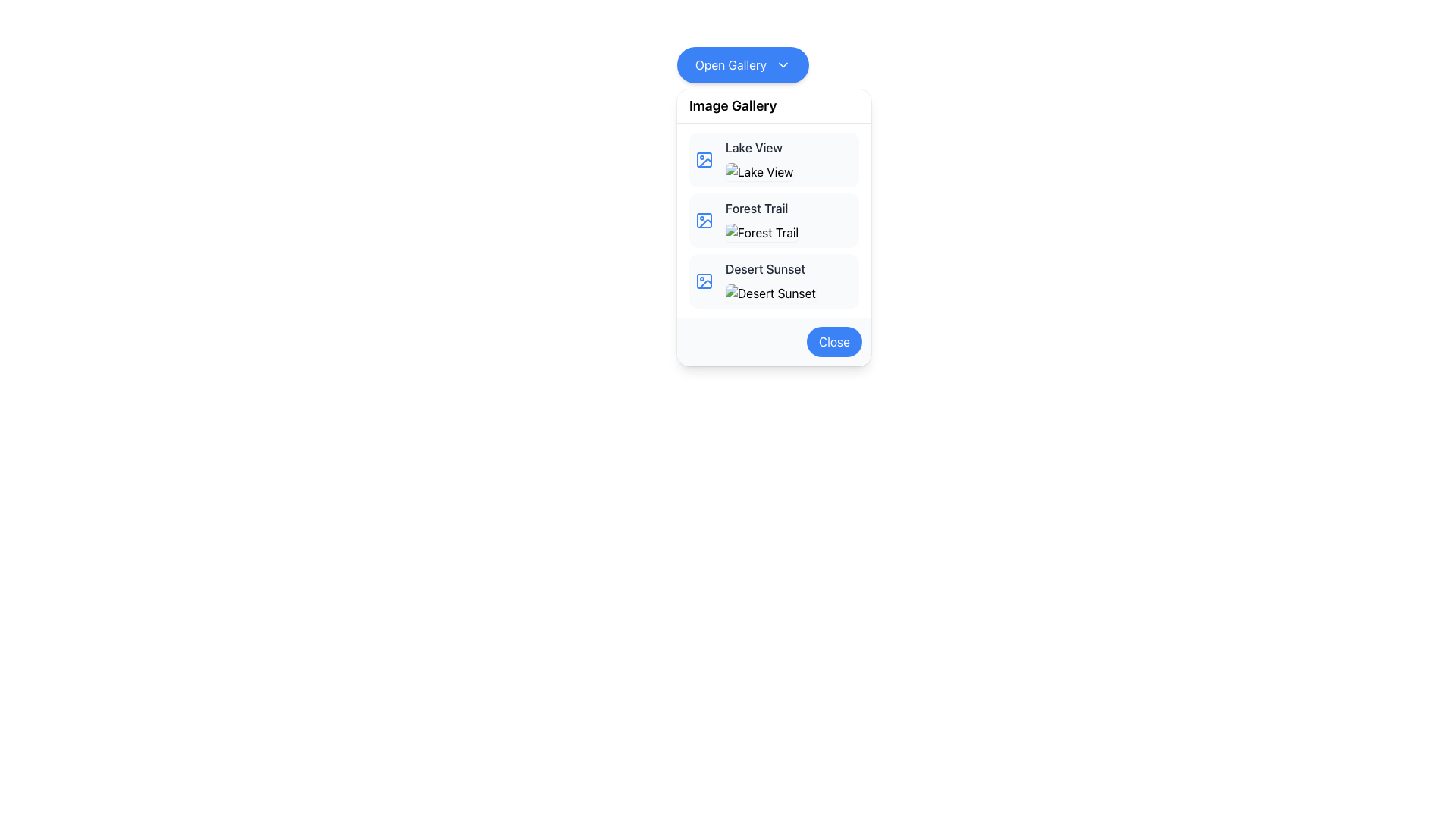 The height and width of the screenshot is (819, 1456). What do you see at coordinates (762, 220) in the screenshot?
I see `the image placeholder of the 'Forest Trail' element, which is the second item in the vertically arranged gallery list` at bounding box center [762, 220].